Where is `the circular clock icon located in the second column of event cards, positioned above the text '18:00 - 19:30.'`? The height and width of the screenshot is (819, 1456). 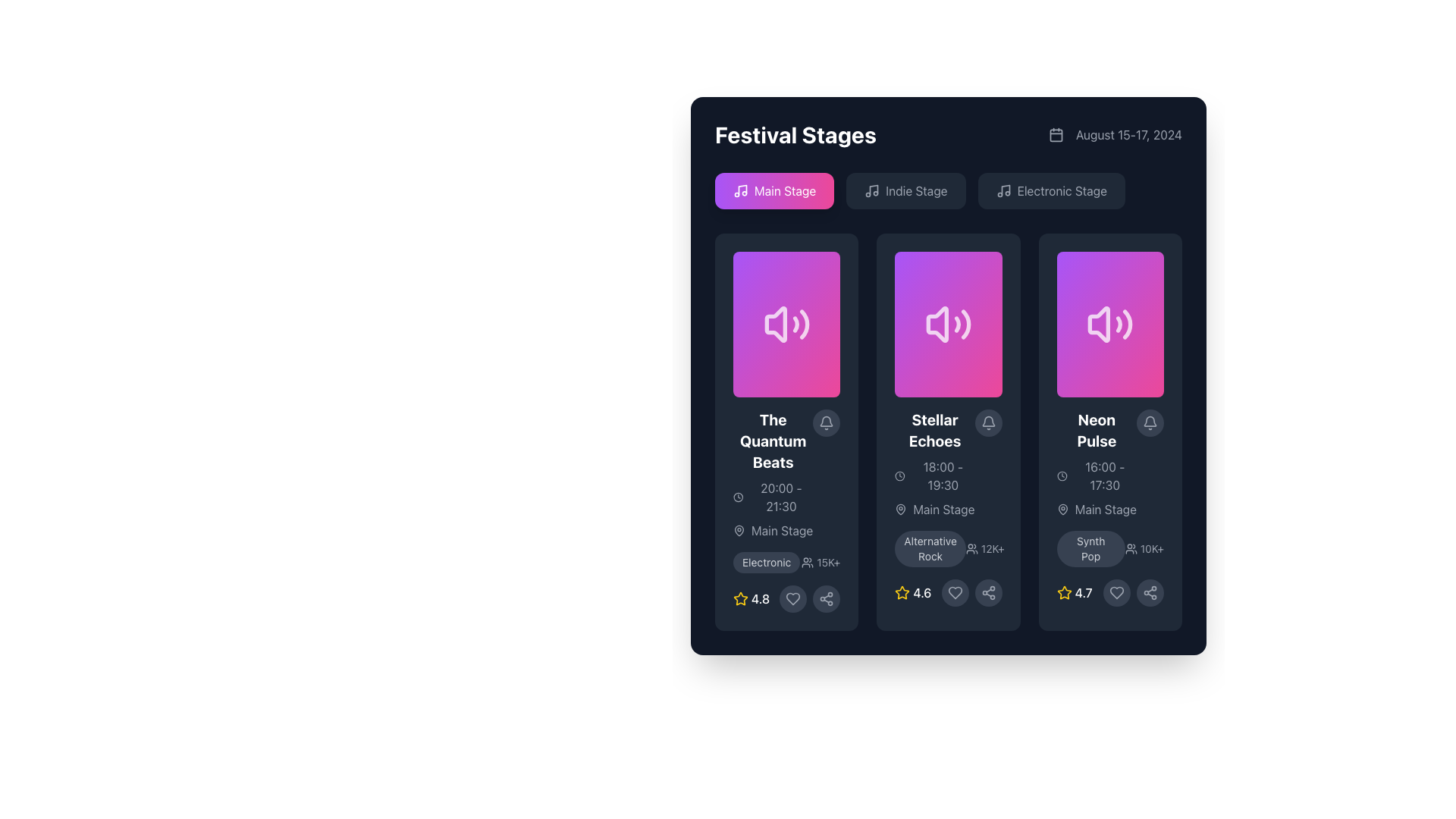
the circular clock icon located in the second column of event cards, positioned above the text '18:00 - 19:30.' is located at coordinates (900, 475).